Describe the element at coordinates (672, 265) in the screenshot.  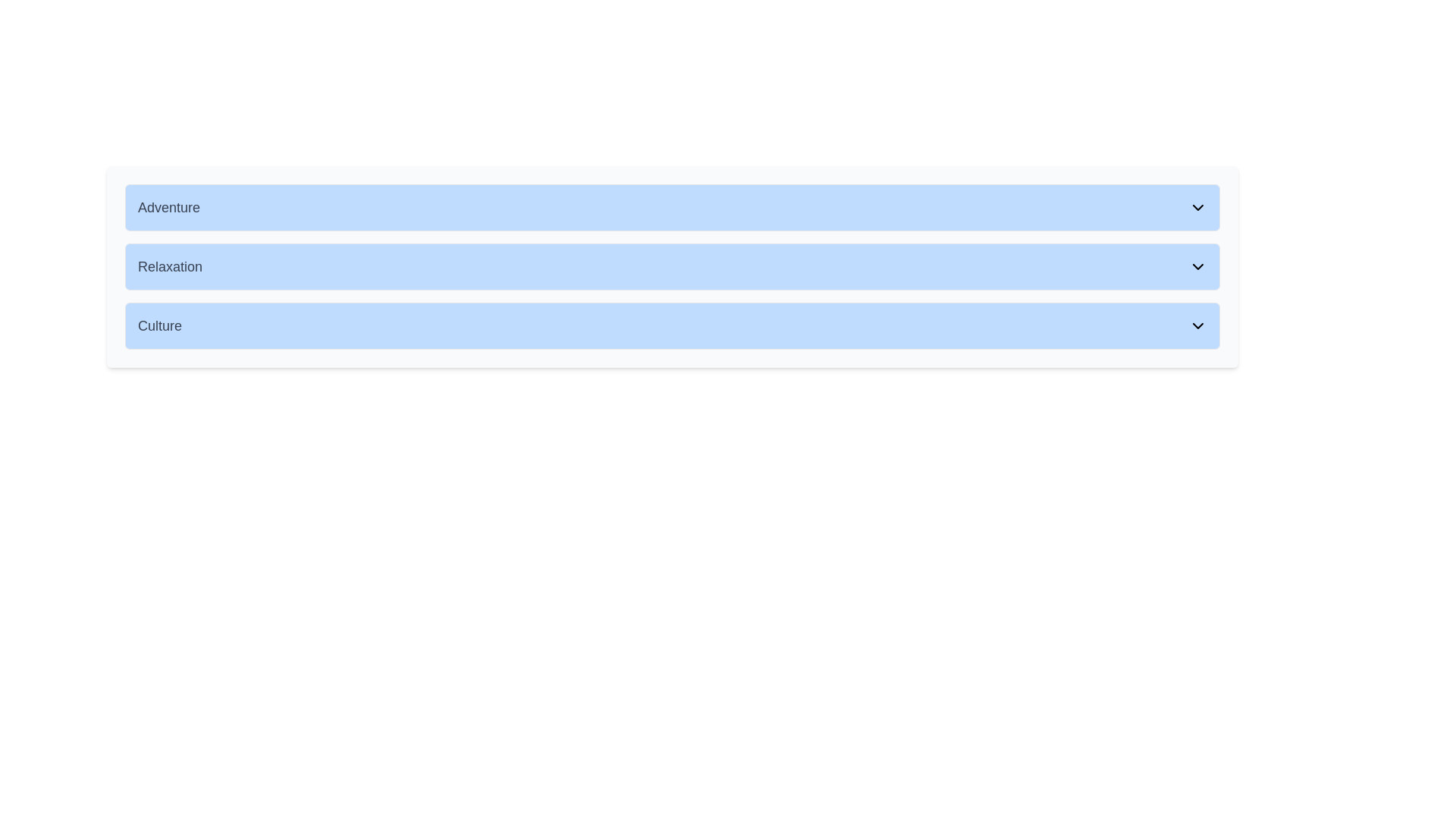
I see `the 'Relaxation' collapsible menu item, which features a light blue background and a chevron icon` at that location.